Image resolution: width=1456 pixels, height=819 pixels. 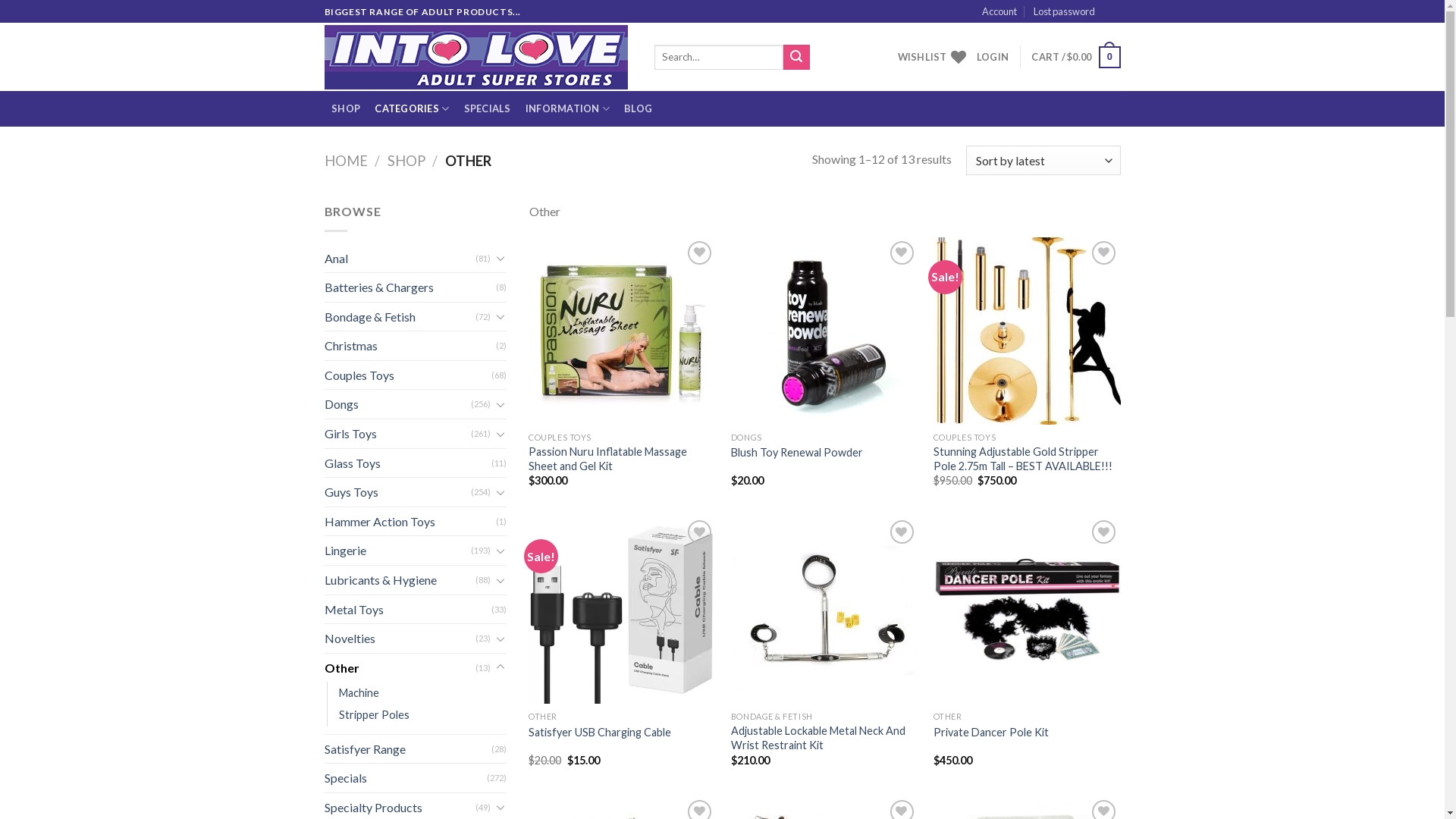 What do you see at coordinates (477, 56) in the screenshot?
I see `'Into Love - adult shop'` at bounding box center [477, 56].